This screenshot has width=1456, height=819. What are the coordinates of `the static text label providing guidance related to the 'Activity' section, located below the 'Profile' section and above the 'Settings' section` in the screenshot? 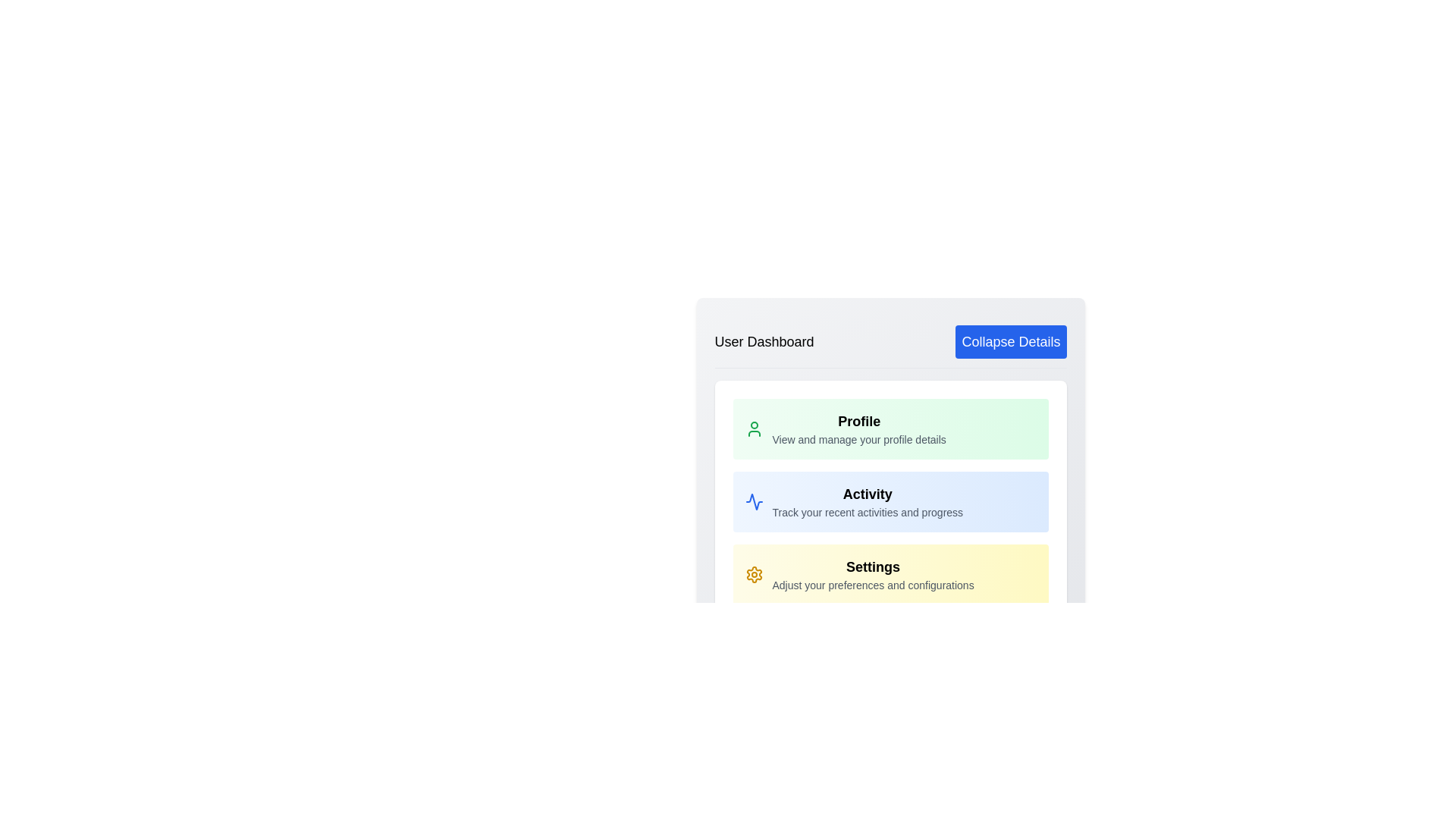 It's located at (868, 512).